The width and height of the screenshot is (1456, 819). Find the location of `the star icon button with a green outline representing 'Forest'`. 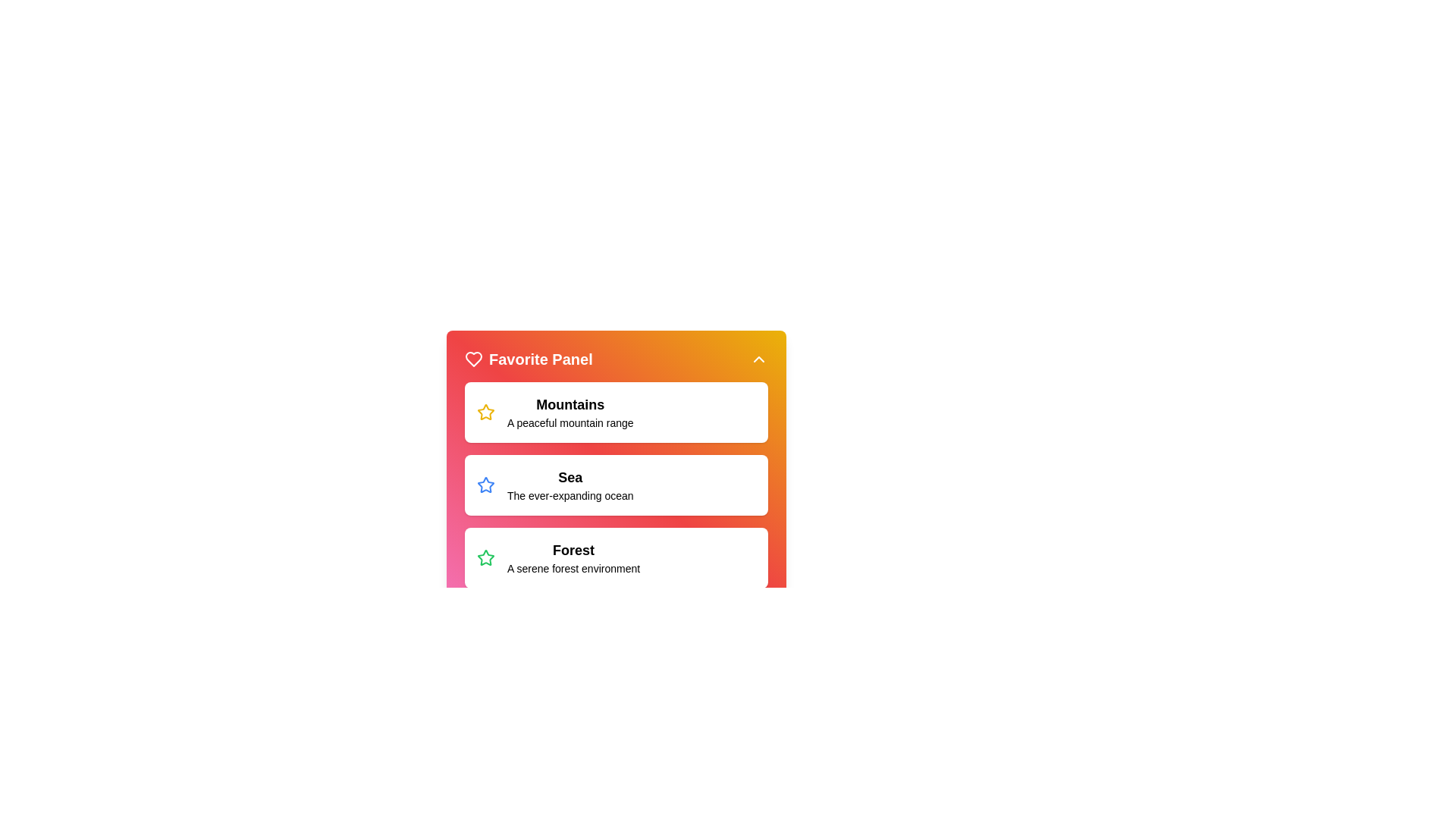

the star icon button with a green outline representing 'Forest' is located at coordinates (486, 558).